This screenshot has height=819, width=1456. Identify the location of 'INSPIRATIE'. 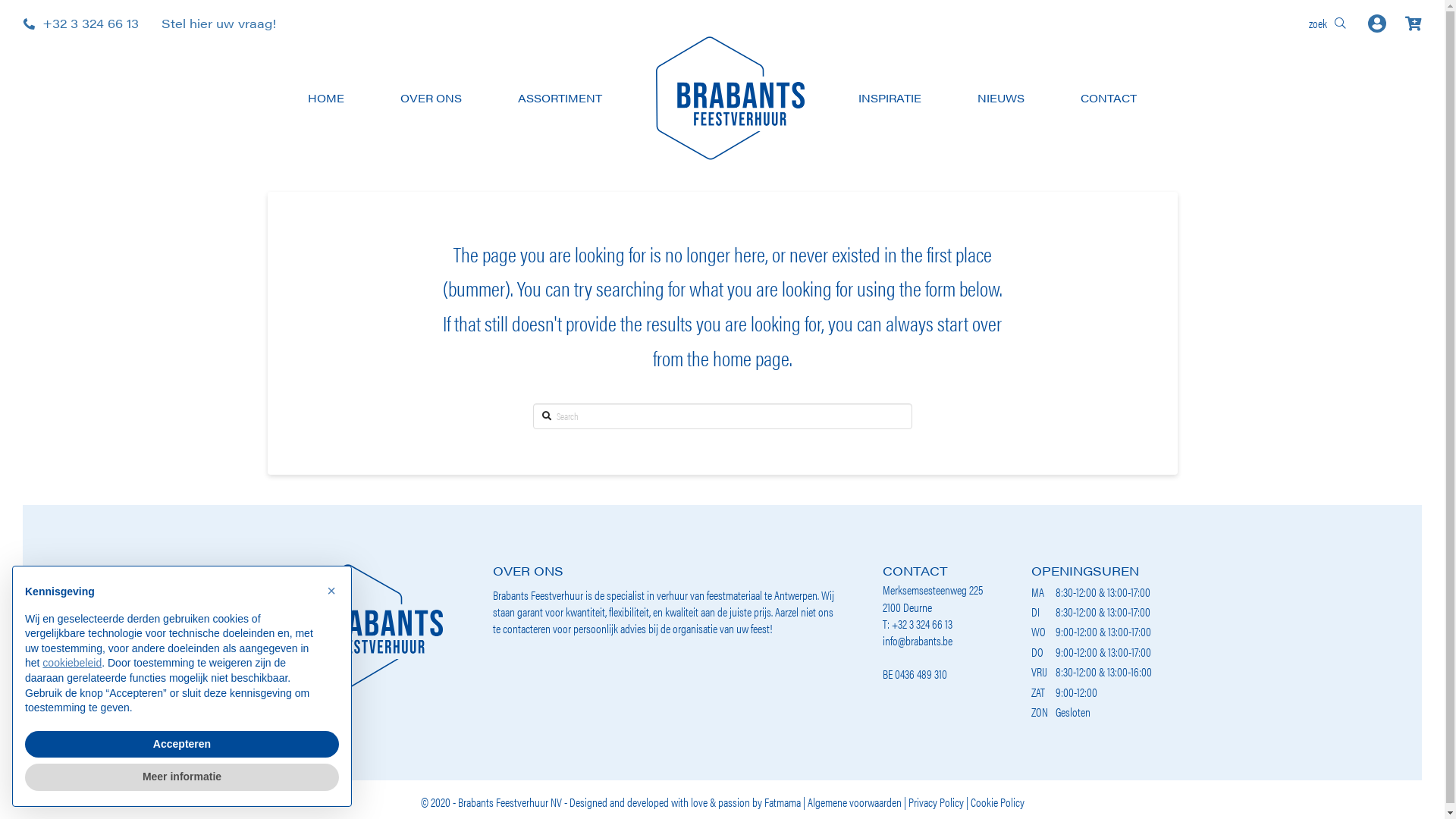
(890, 97).